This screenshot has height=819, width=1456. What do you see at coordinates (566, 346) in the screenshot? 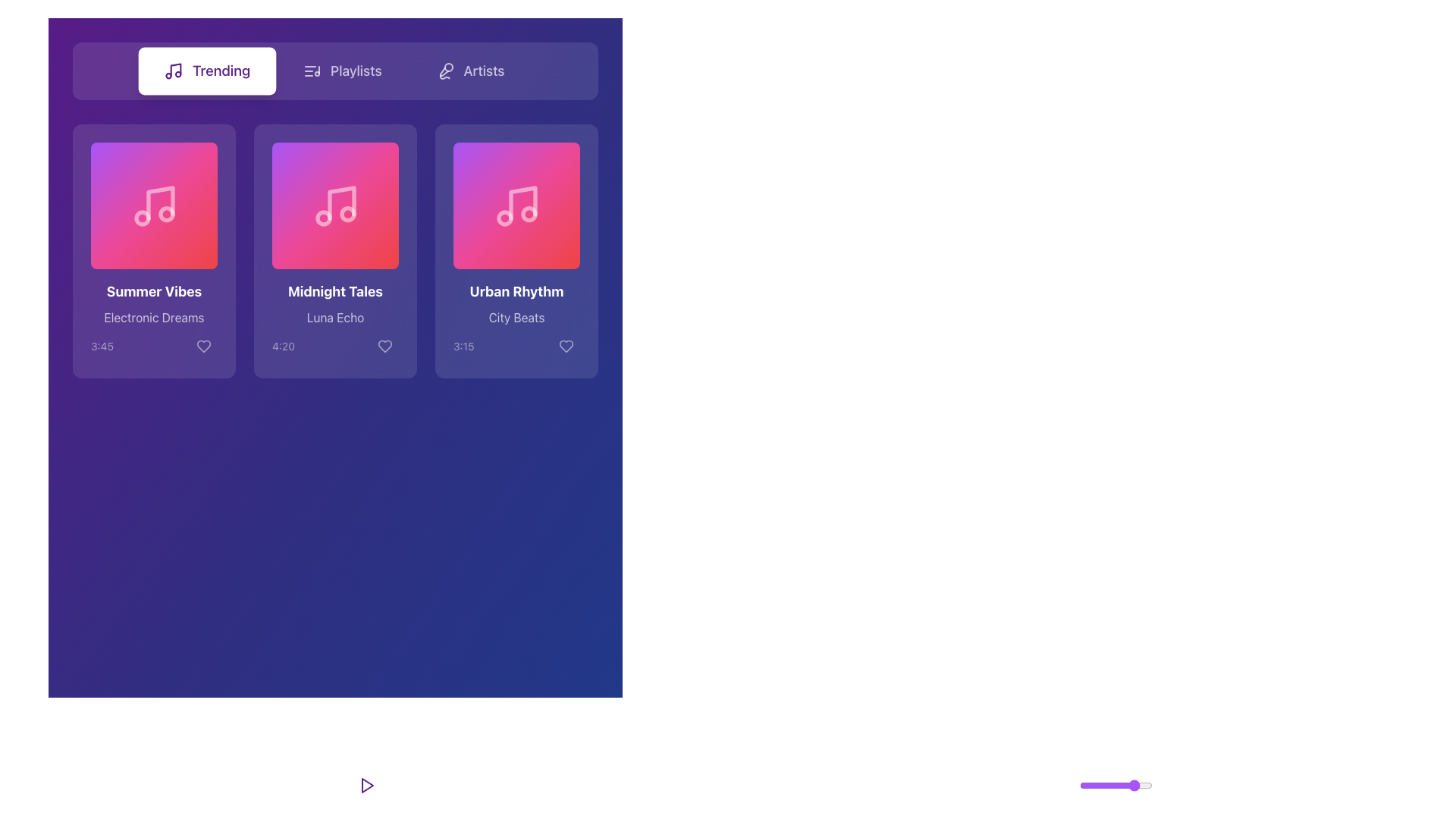
I see `the heart-shaped icon representing the 'like' or 'favorite' function on the 'Urban Rhythm' music entry card, located in the bottom right corner` at bounding box center [566, 346].